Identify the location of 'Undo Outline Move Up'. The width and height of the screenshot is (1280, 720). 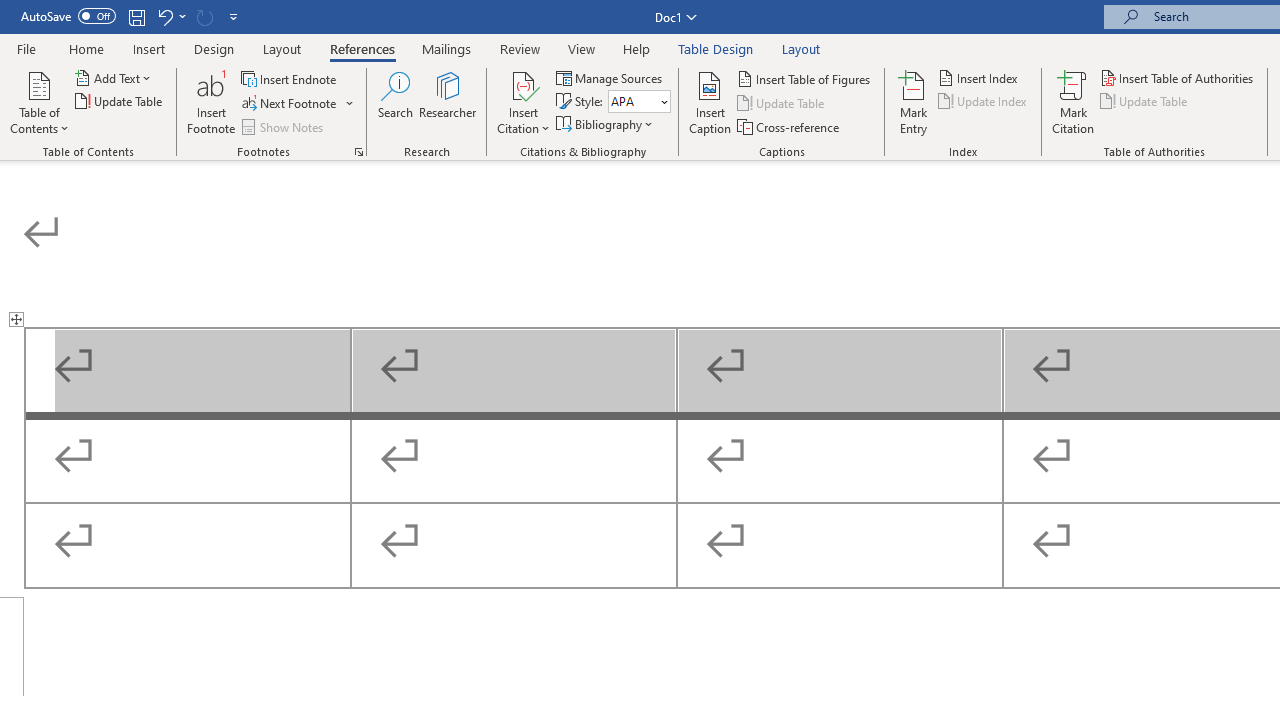
(170, 16).